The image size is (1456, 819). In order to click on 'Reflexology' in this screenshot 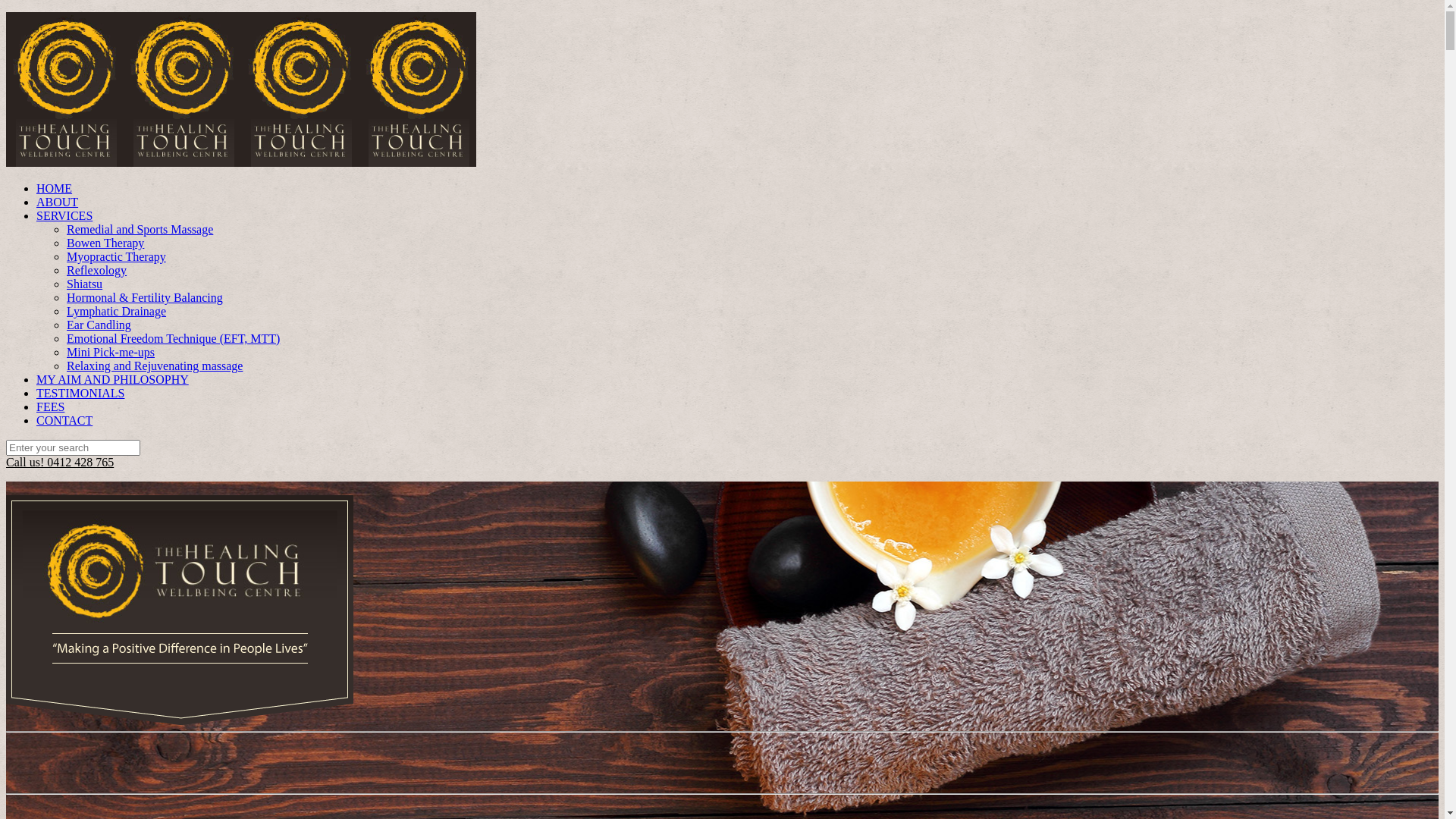, I will do `click(65, 269)`.